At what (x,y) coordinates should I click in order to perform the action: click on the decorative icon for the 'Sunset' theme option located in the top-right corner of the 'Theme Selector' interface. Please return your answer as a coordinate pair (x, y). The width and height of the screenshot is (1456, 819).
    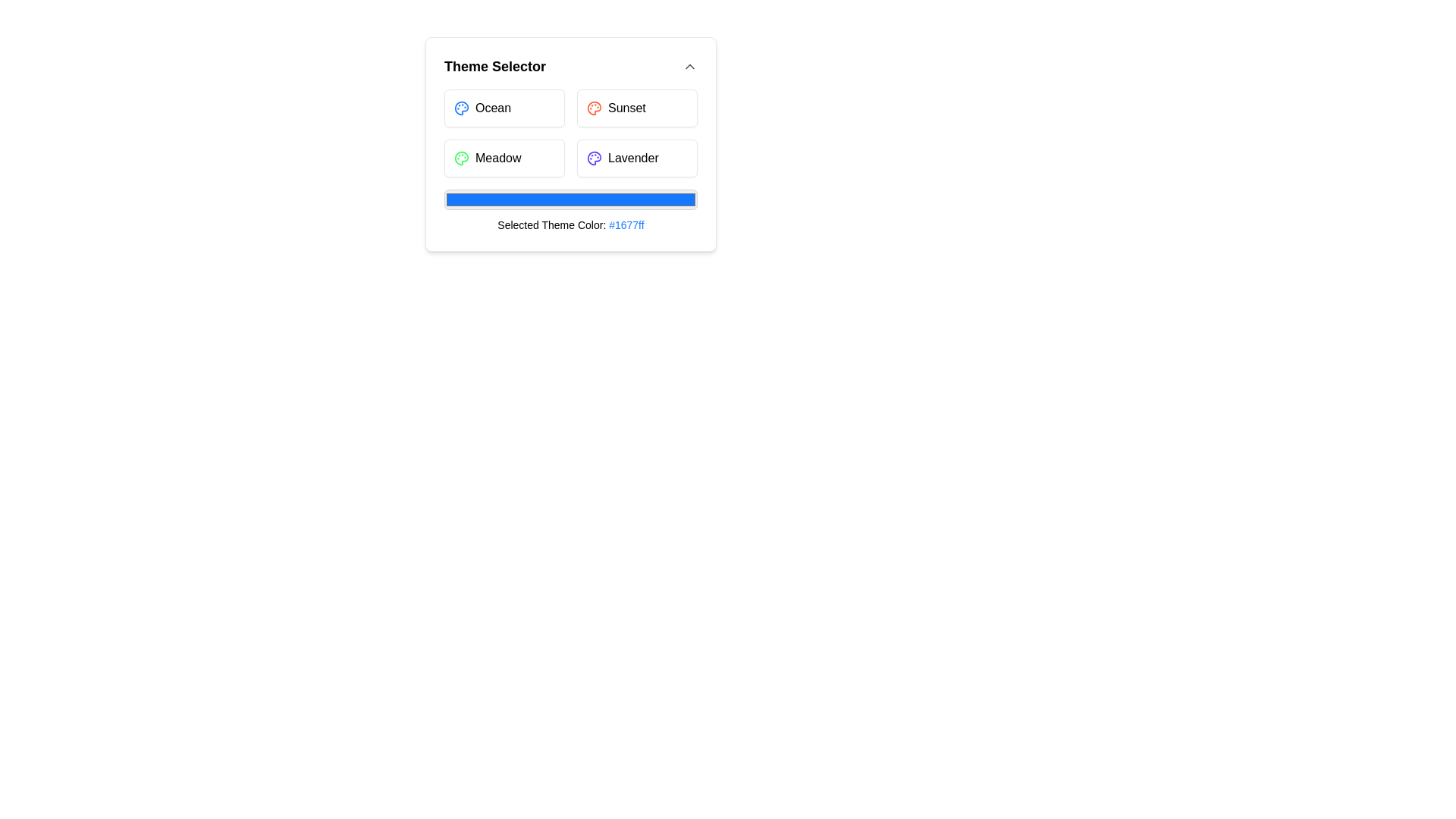
    Looking at the image, I should click on (593, 107).